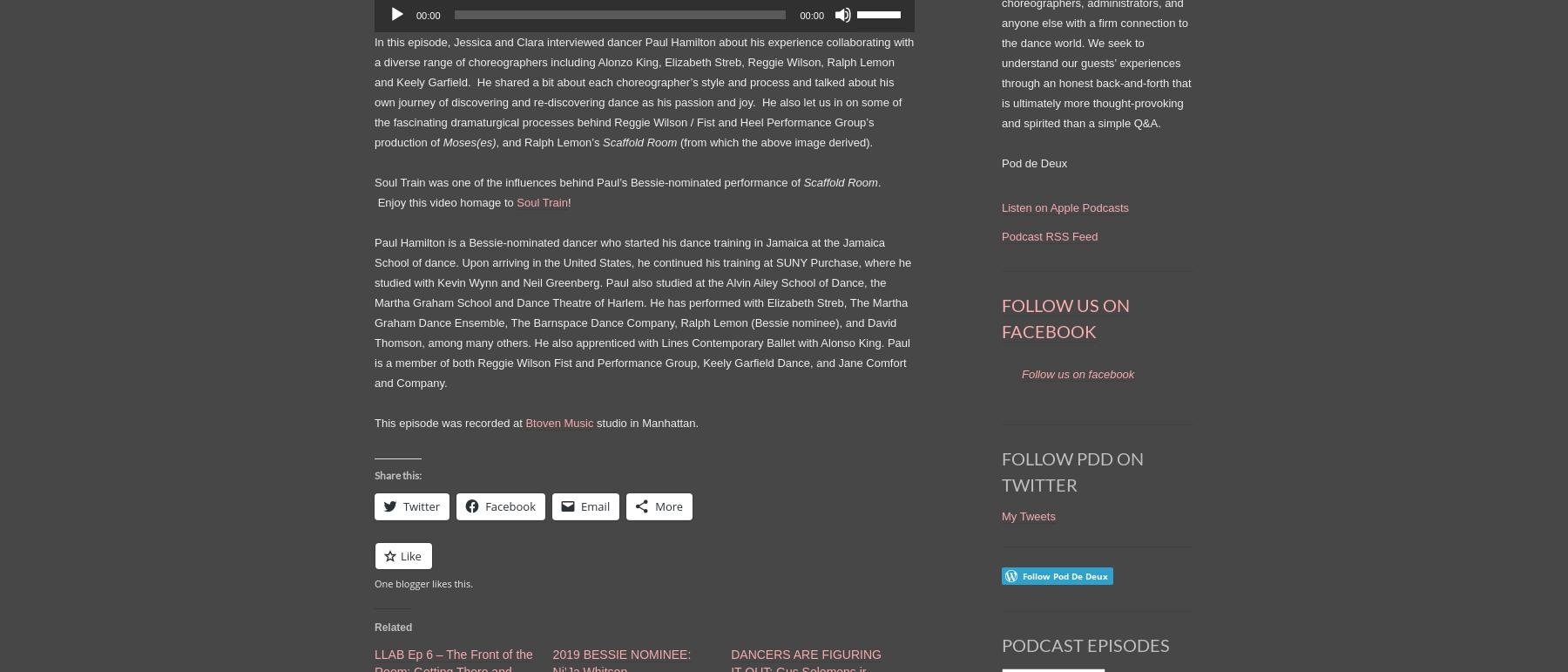 This screenshot has width=1568, height=672. I want to click on 'My Tweets', so click(1027, 514).